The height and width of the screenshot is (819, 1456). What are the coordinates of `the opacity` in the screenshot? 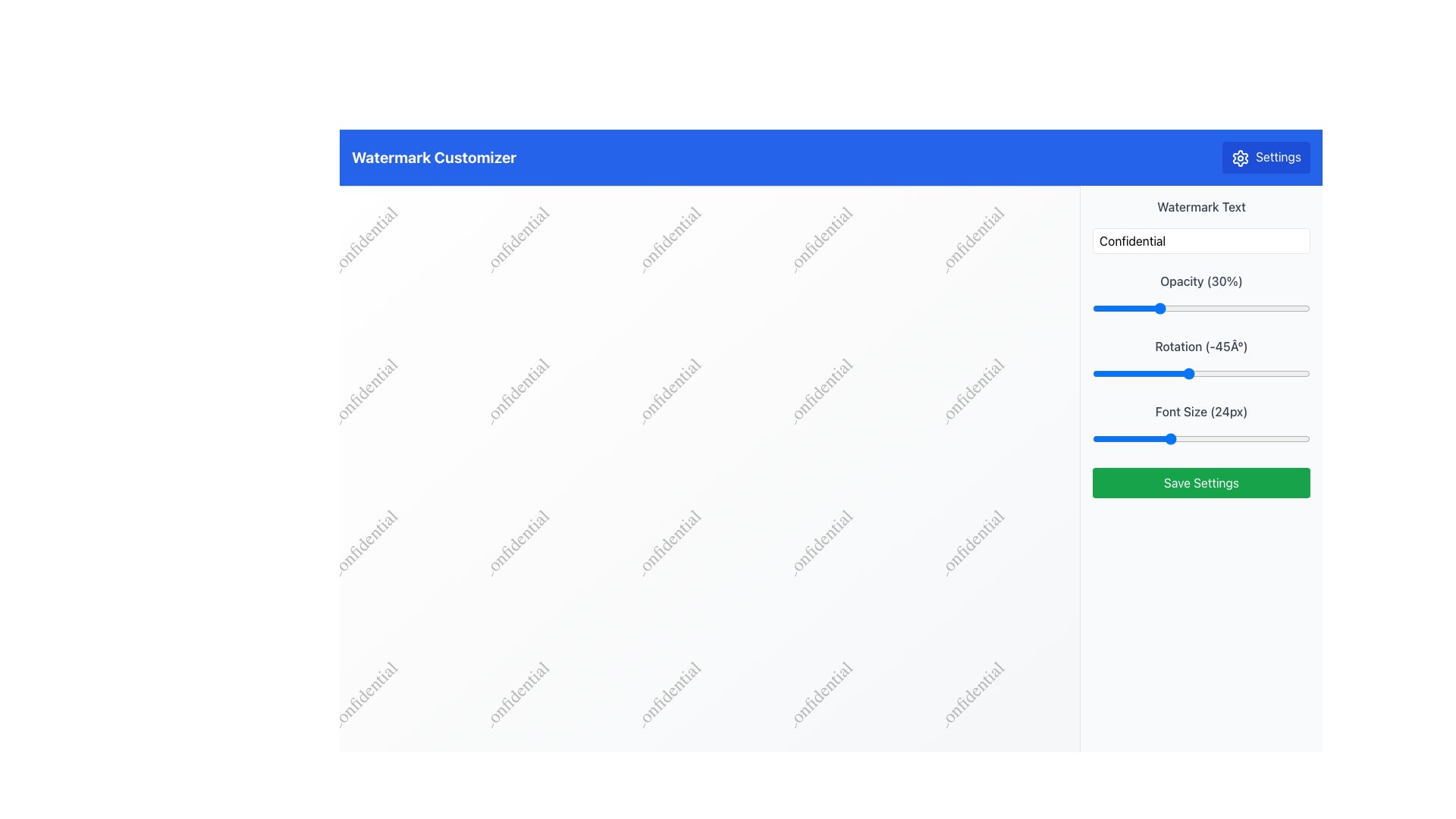 It's located at (1260, 307).